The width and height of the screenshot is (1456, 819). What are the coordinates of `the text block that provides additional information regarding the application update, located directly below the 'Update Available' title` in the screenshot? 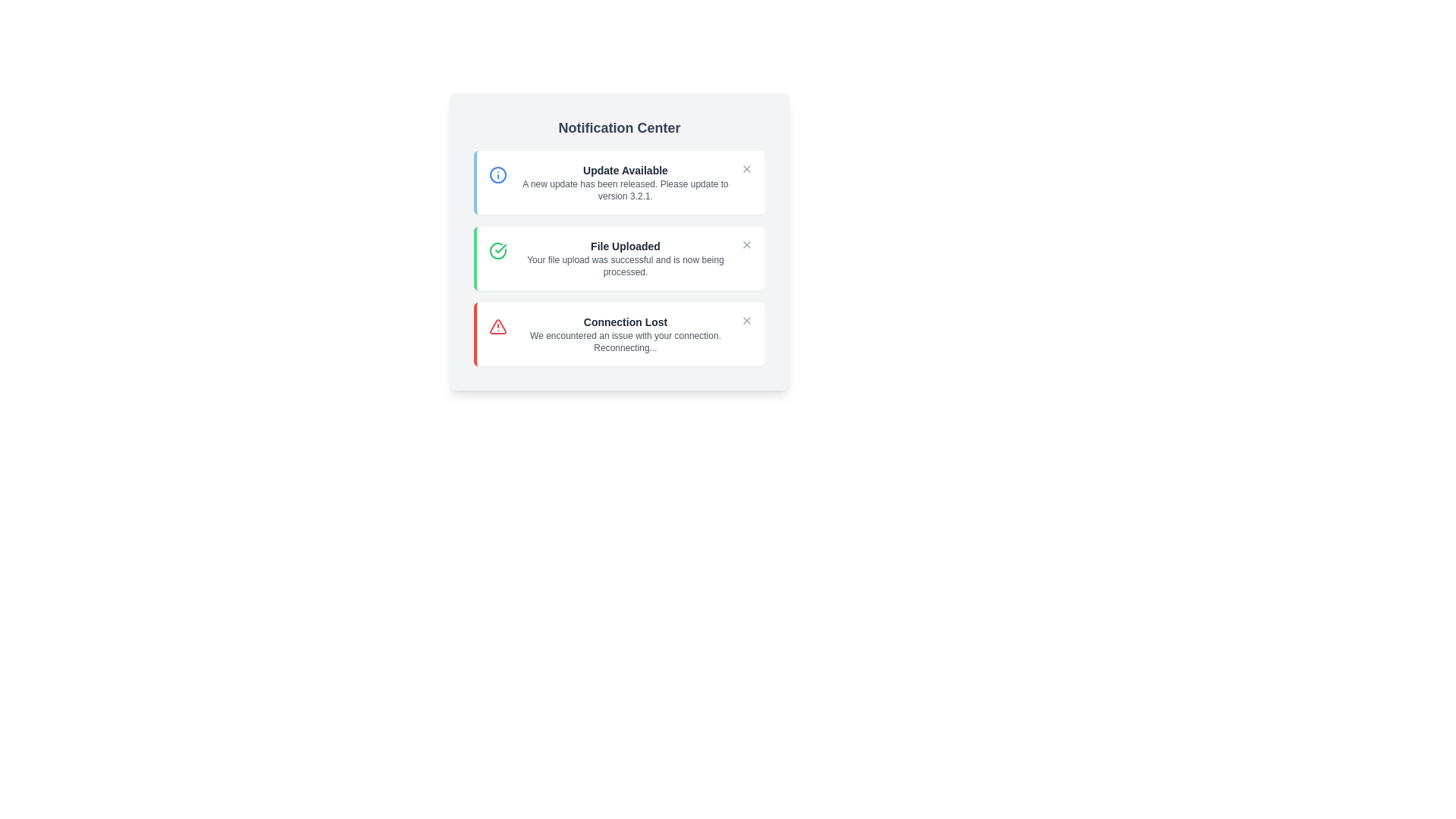 It's located at (626, 189).